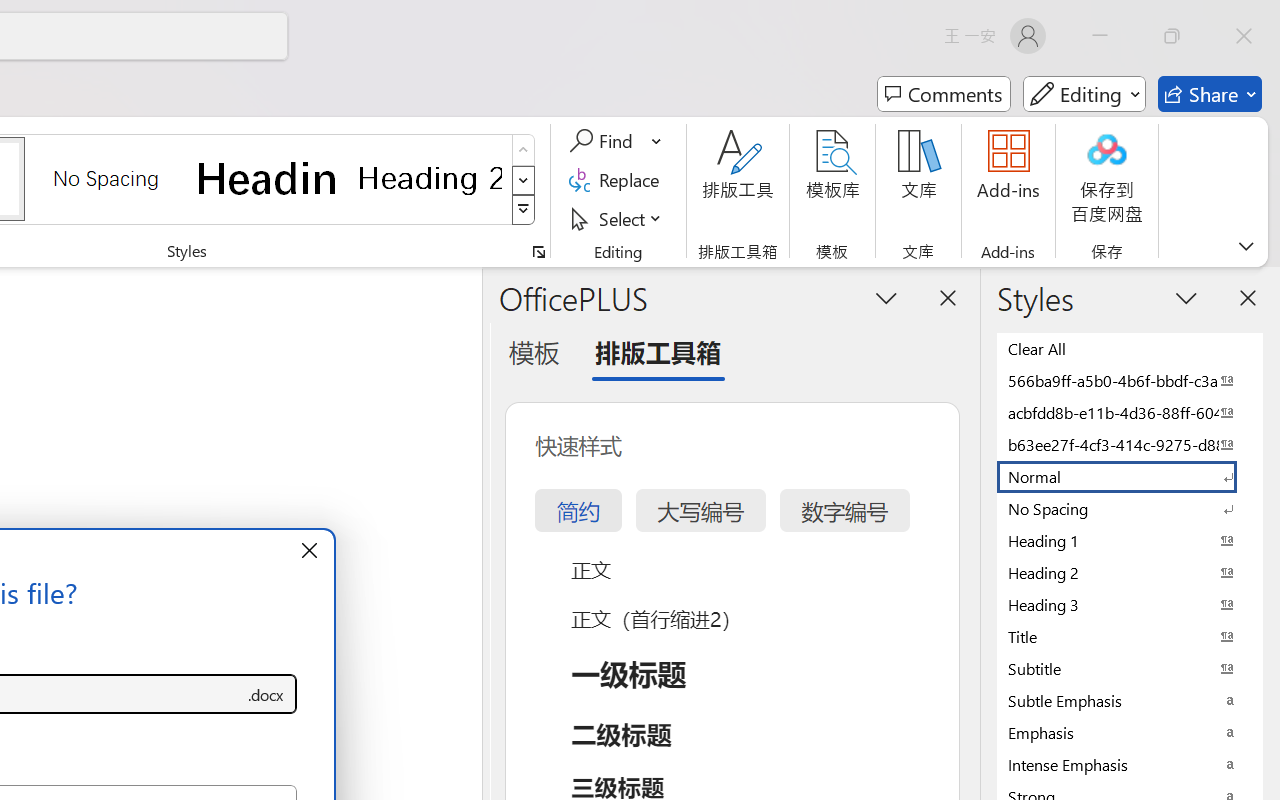  I want to click on 'Class: NetUIImage', so click(524, 210).